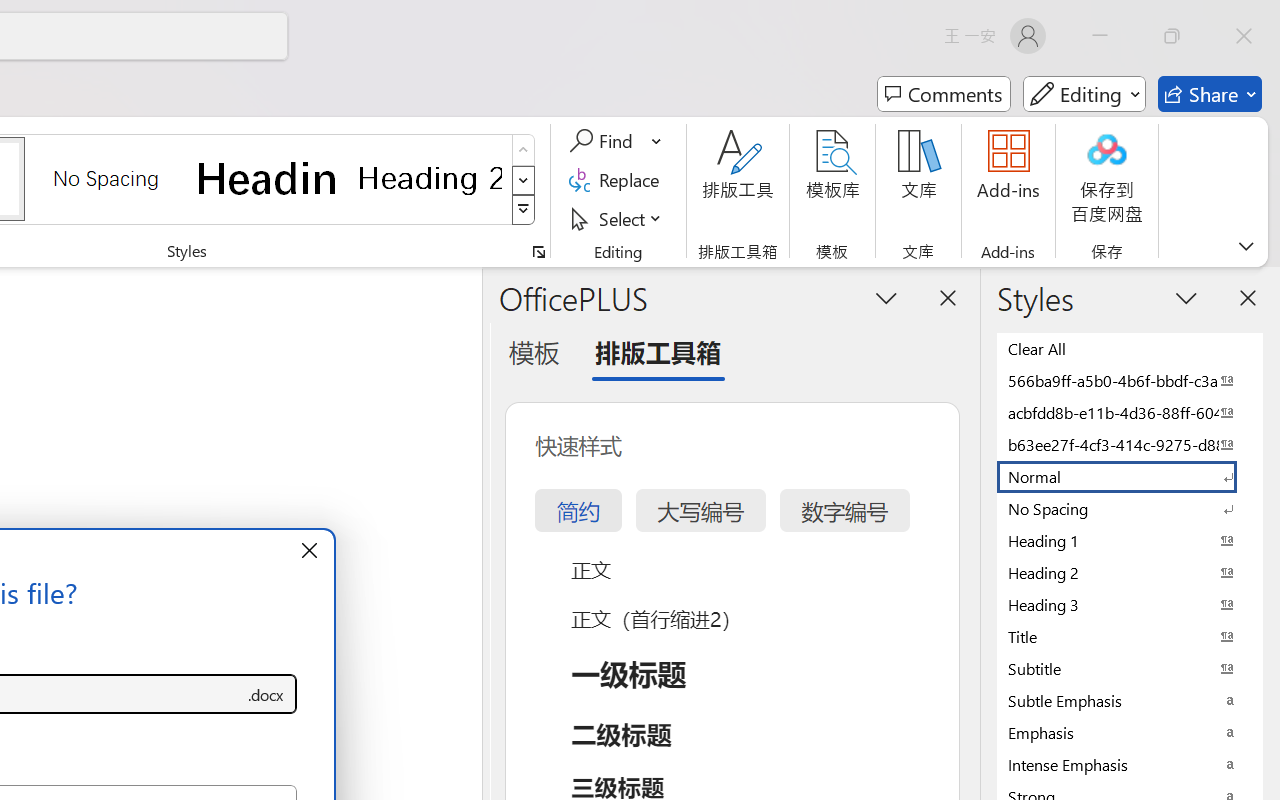  I want to click on 'Class: NetUIImage', so click(524, 210).